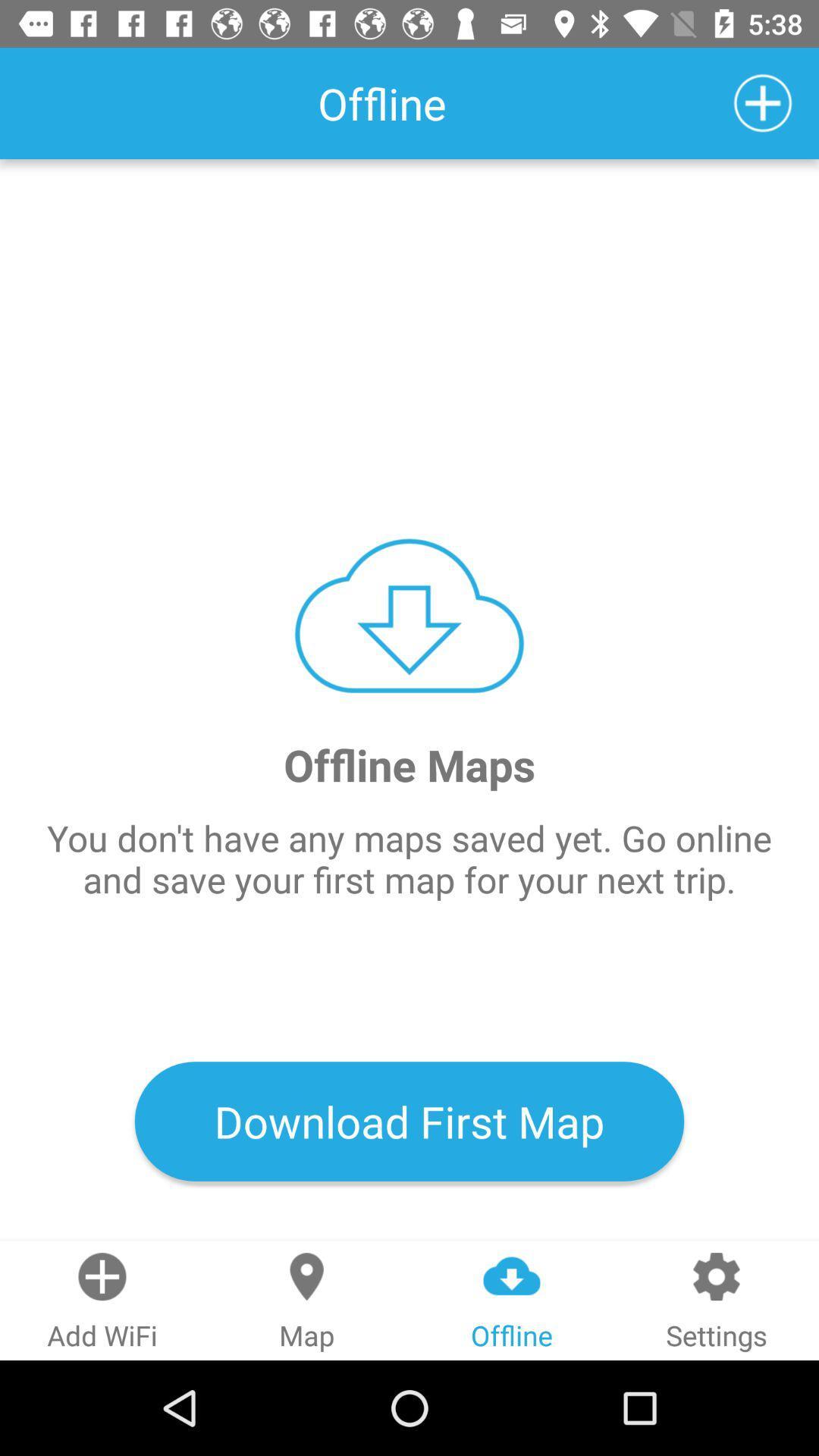  I want to click on the text left side to the icon plus, so click(381, 102).